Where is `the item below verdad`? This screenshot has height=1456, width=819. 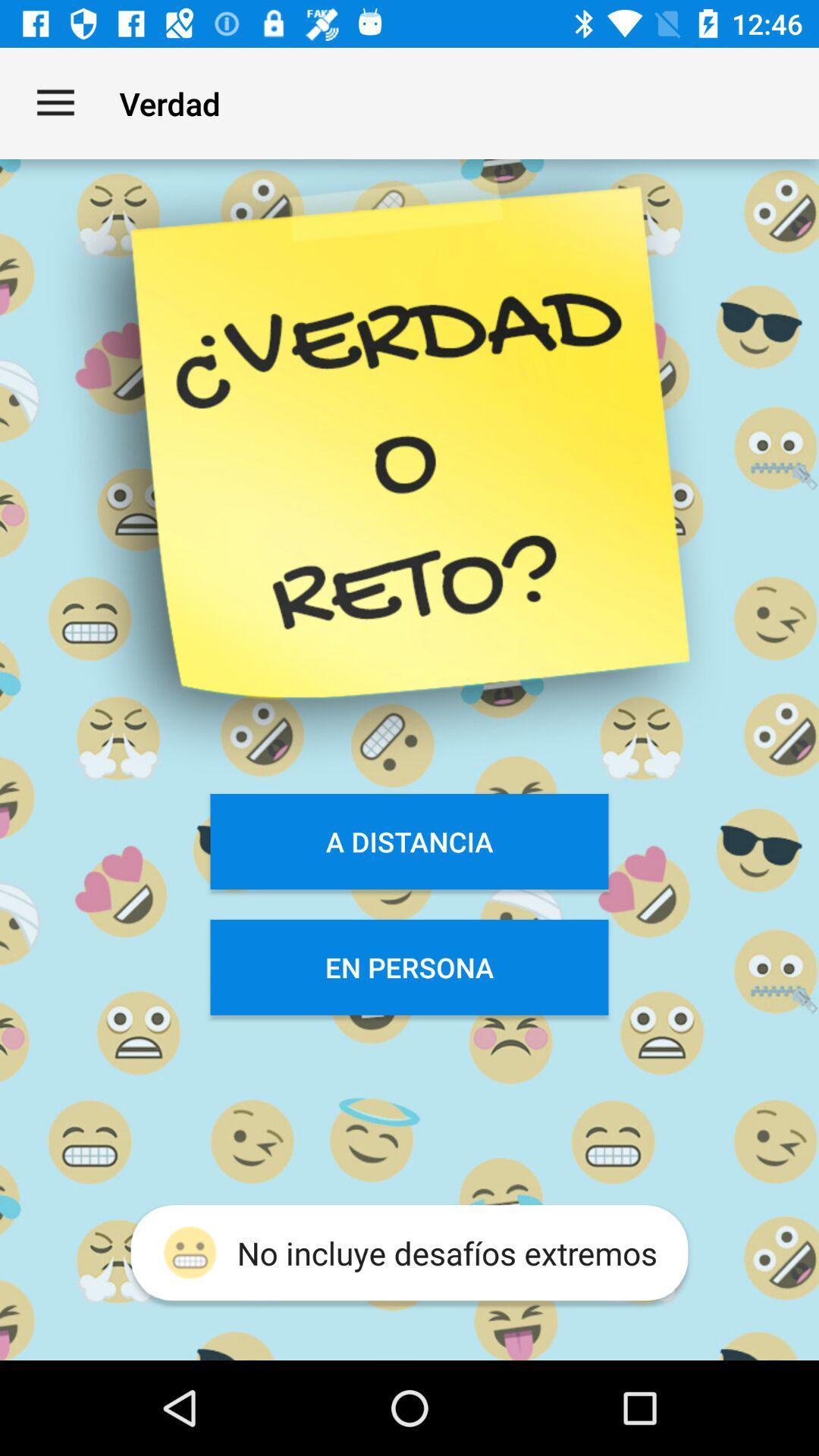
the item below verdad is located at coordinates (409, 840).